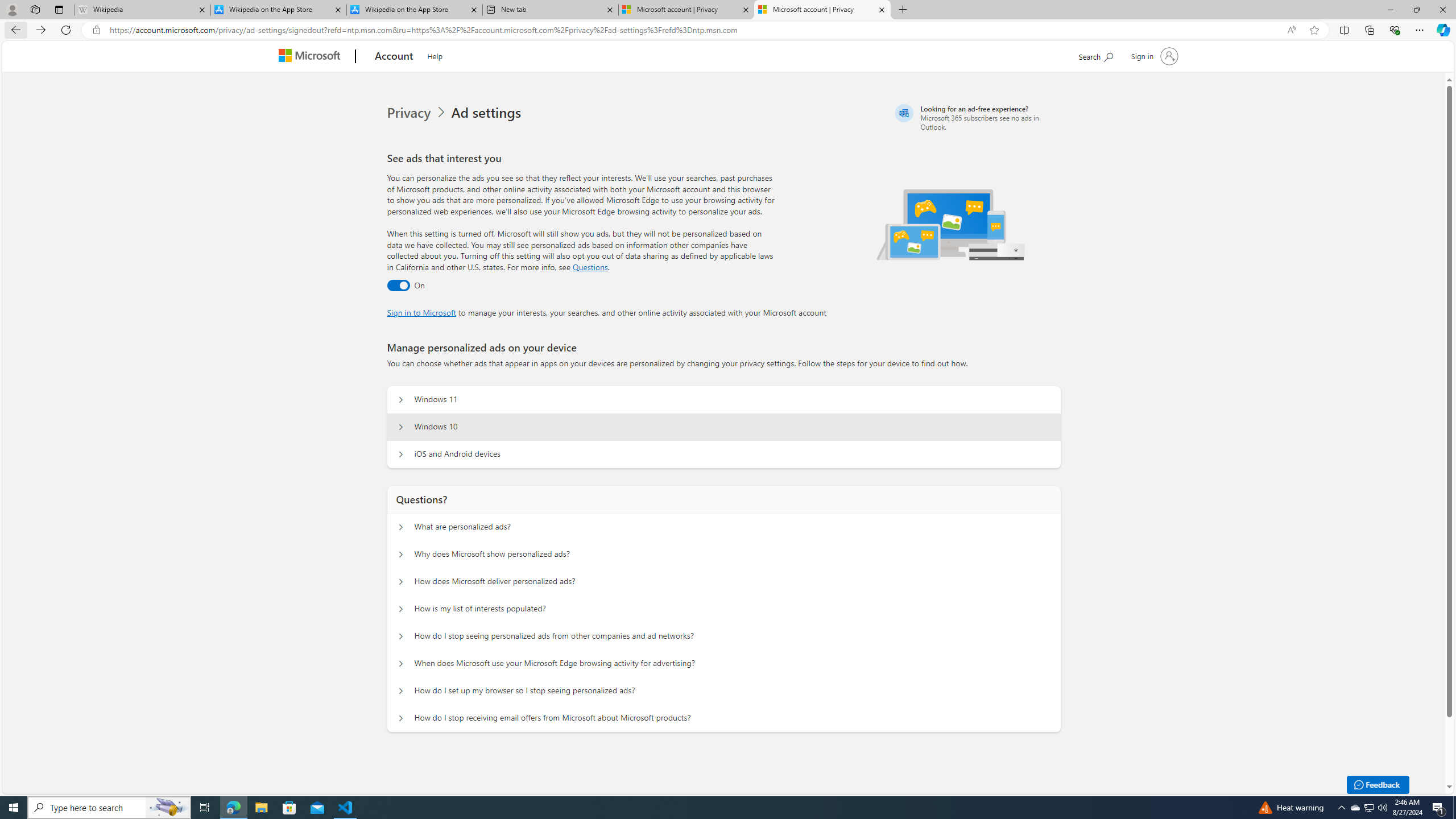 The height and width of the screenshot is (819, 1456). Describe the element at coordinates (58, 9) in the screenshot. I see `'Tab actions menu'` at that location.